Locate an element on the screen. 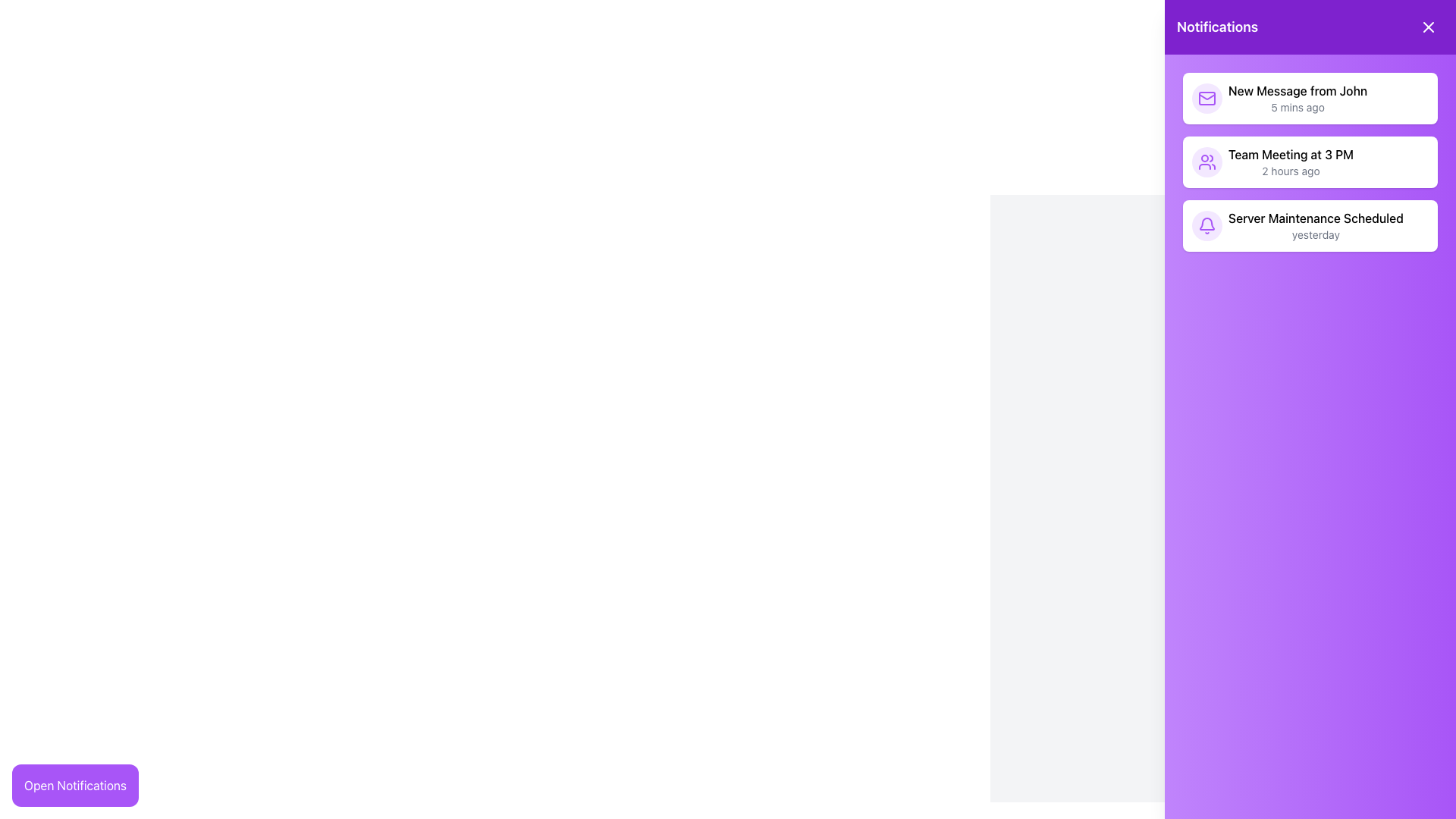 The image size is (1456, 819). the text label displaying 'New Message from John' located in the notifications panel is located at coordinates (1297, 90).